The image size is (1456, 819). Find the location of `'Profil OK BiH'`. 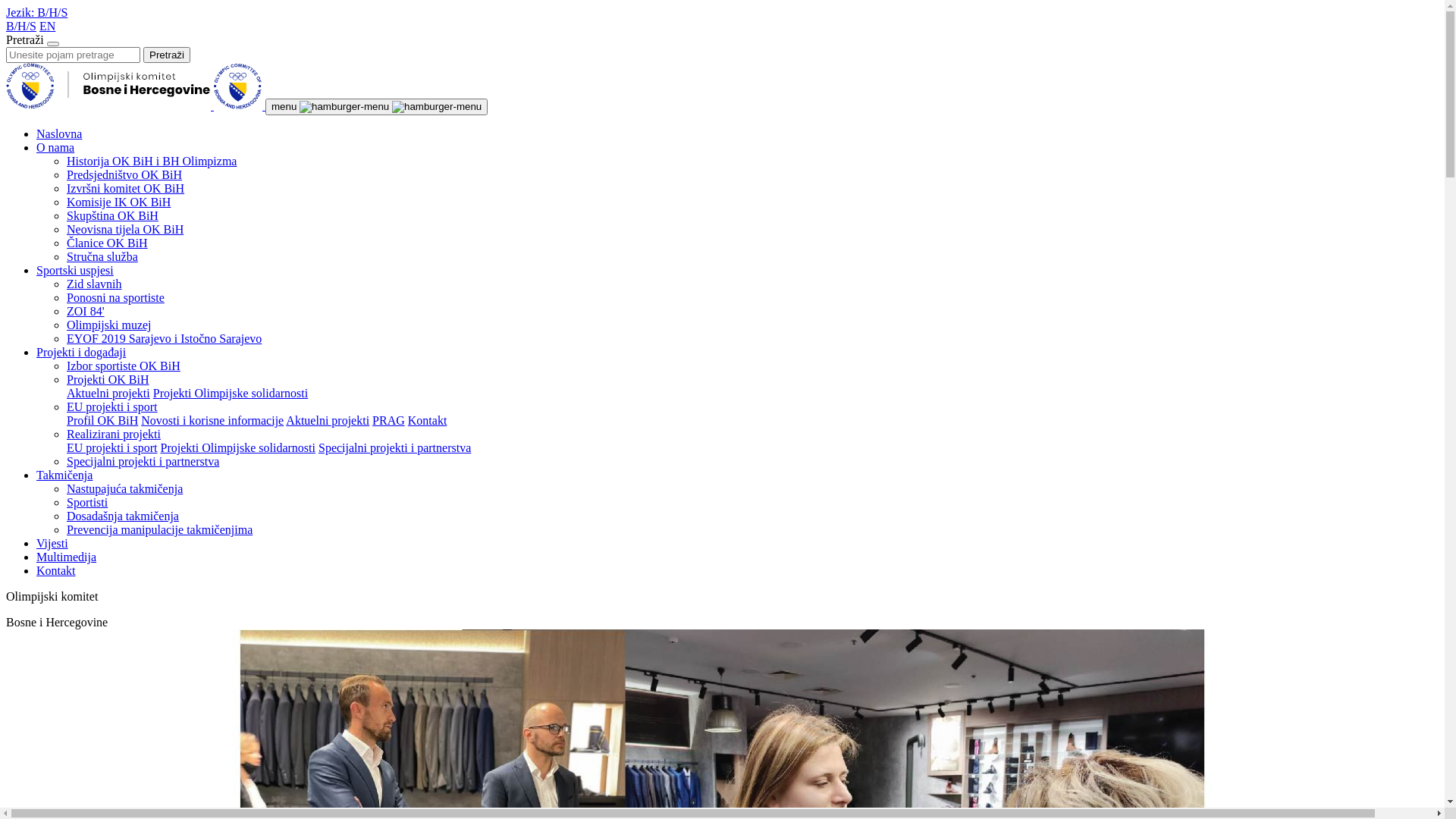

'Profil OK BiH' is located at coordinates (101, 420).